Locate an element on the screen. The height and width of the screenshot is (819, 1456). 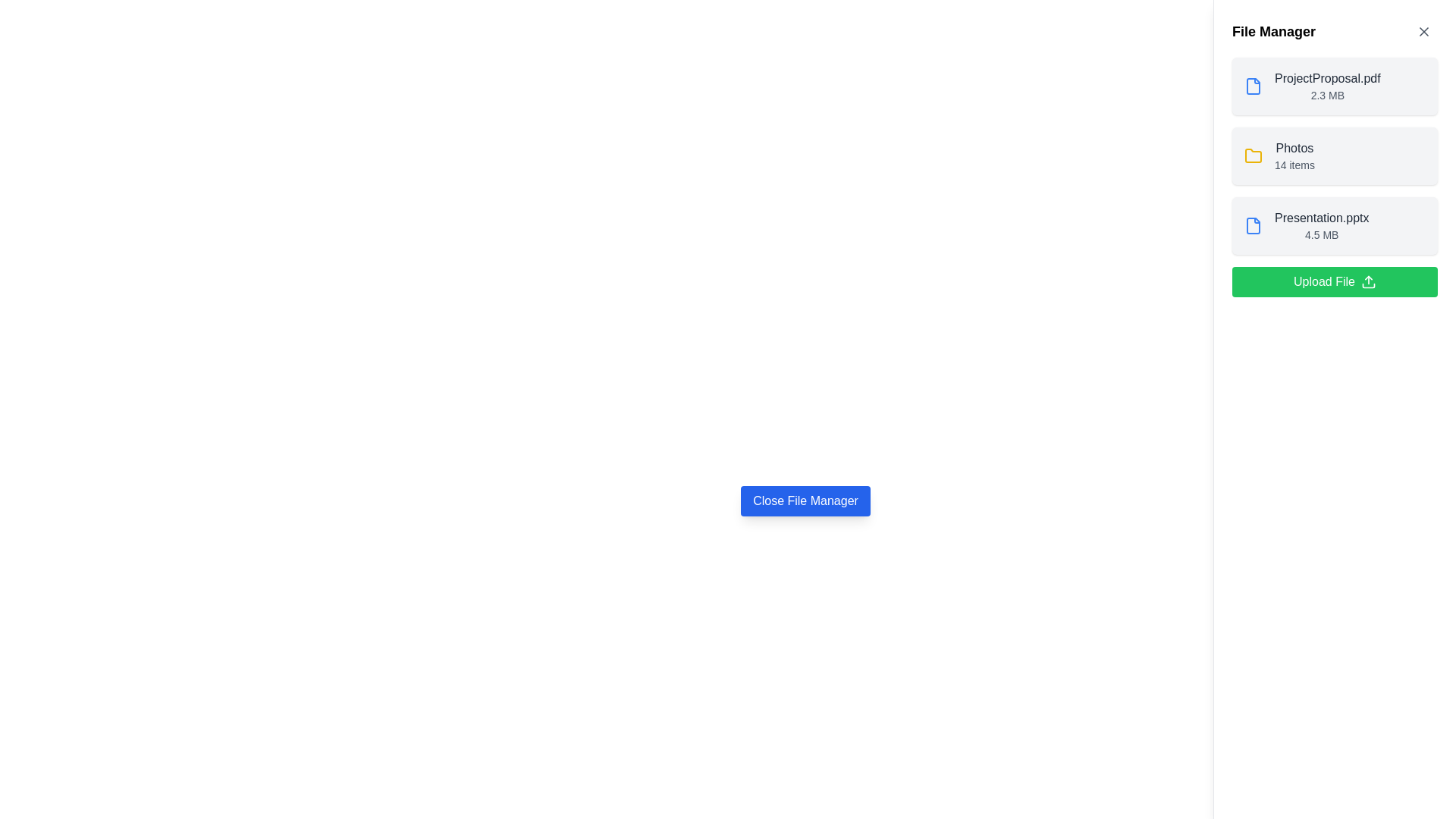
the text label displaying 'Presentation.pptx' located in the 'File Manager' panel, which is the third item in the list, between 'Photos' and 'Upload File' is located at coordinates (1321, 218).